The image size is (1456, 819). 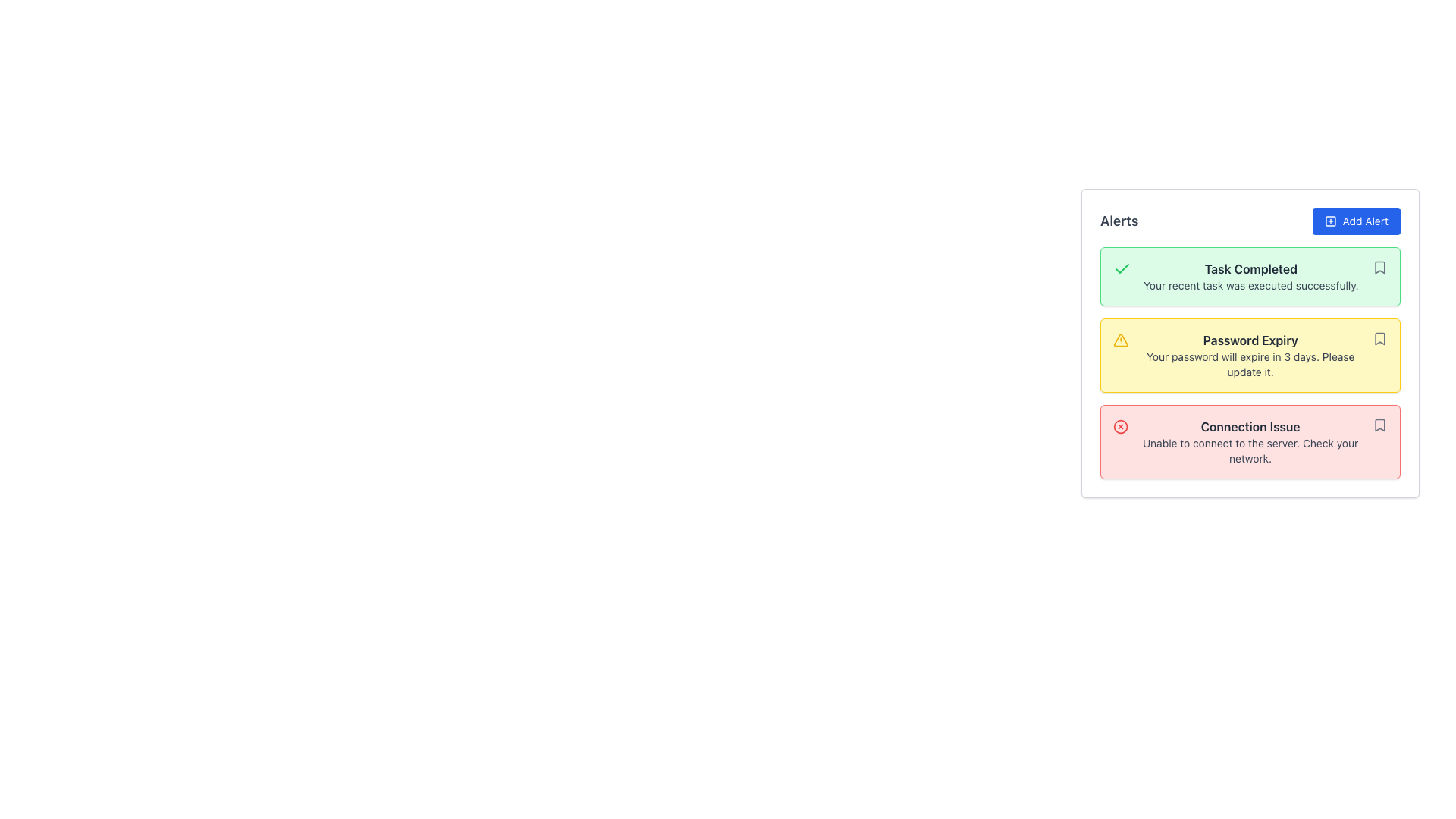 I want to click on the Icon or Bookmark Button located in the top-right corner of the 'Connection Issue' notification card to trigger a tooltip or state change, so click(x=1379, y=425).